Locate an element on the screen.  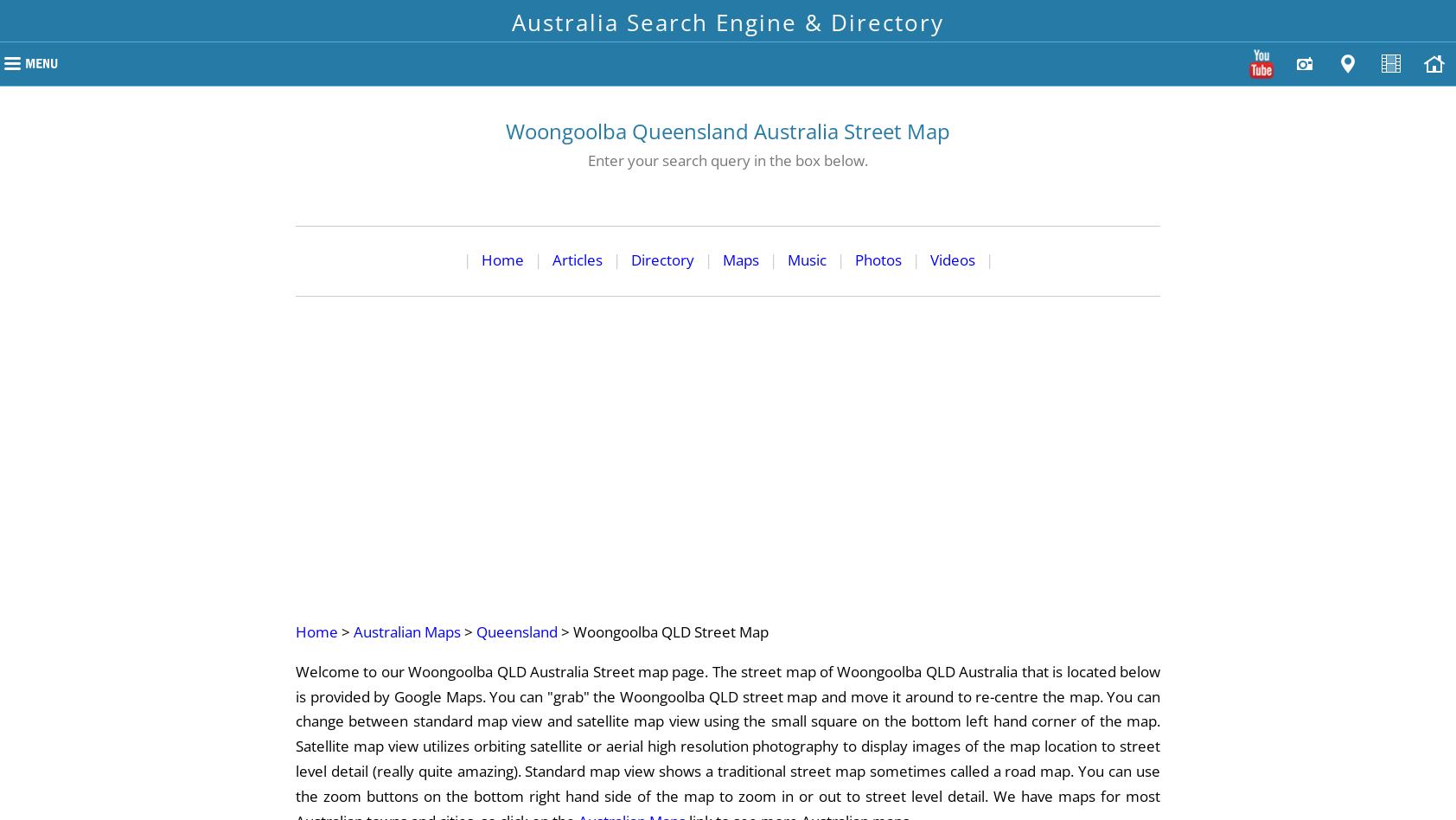
'Maps' is located at coordinates (738, 259).